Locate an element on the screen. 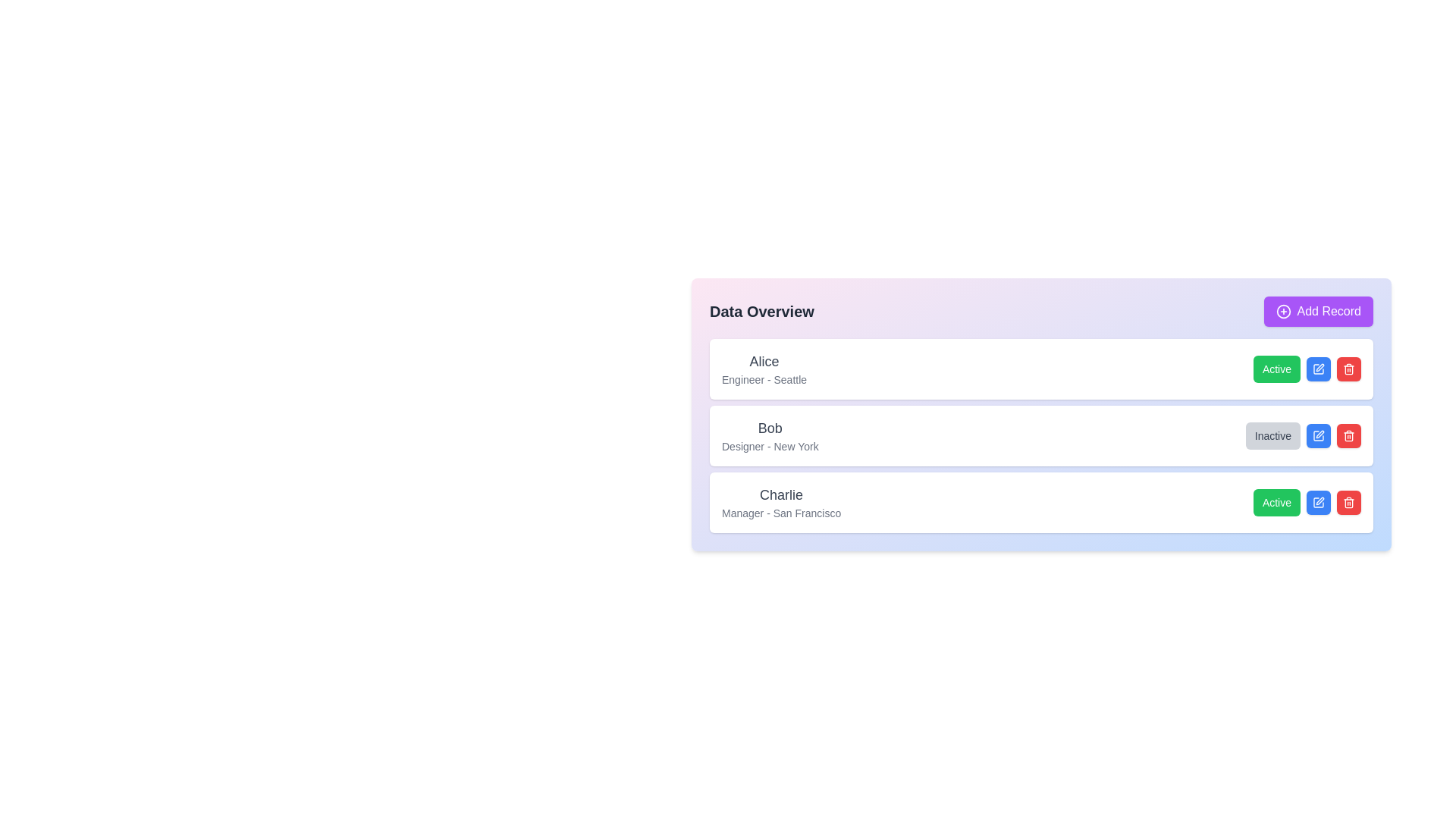 This screenshot has width=1456, height=819. the second row of the 'Data Overview' list item representing user 'Bob' is located at coordinates (1040, 435).